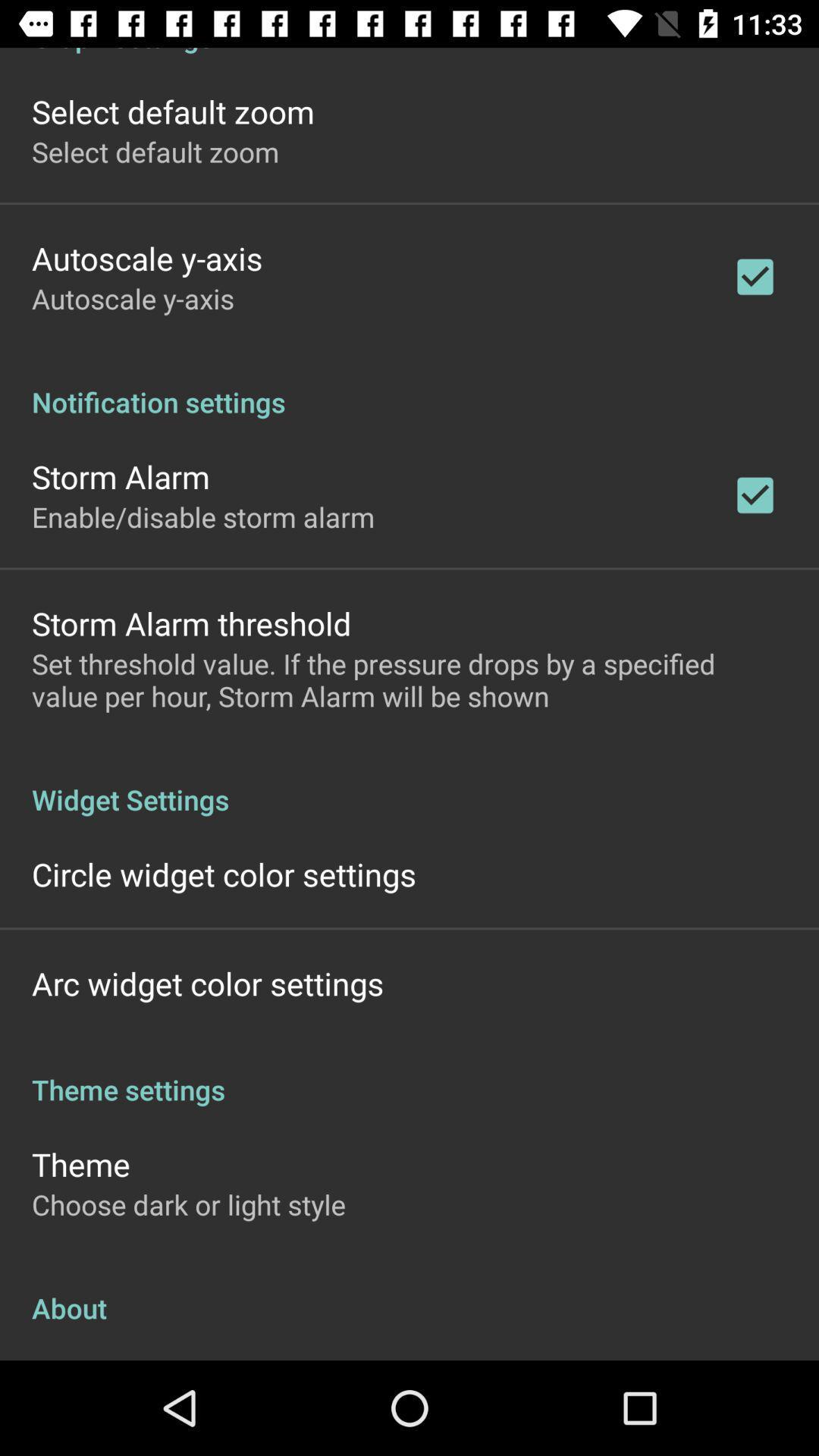 This screenshot has height=1456, width=819. I want to click on icon below the storm alarm icon, so click(202, 516).